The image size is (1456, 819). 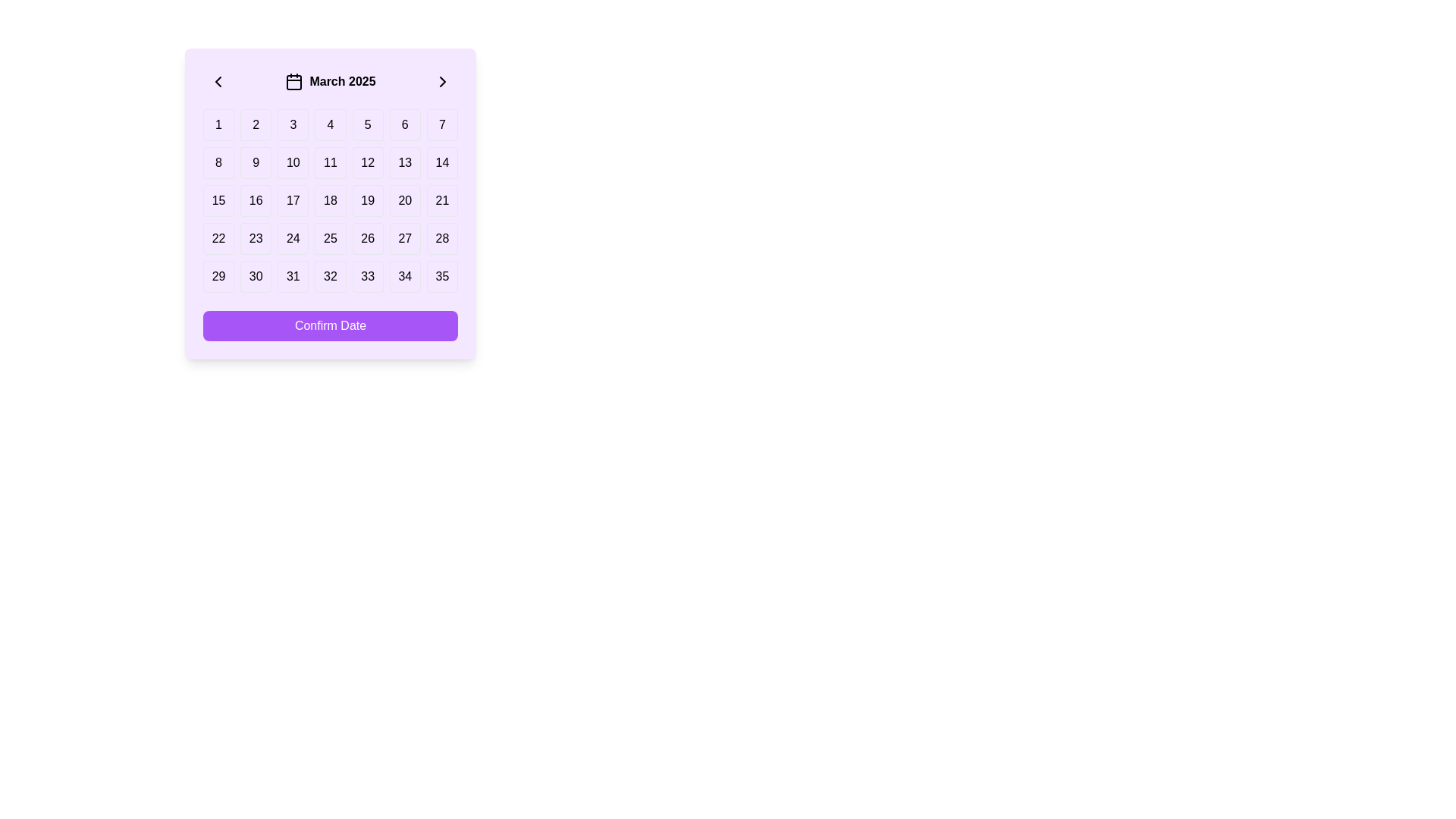 I want to click on the calendar date button representing the value '9', so click(x=256, y=163).